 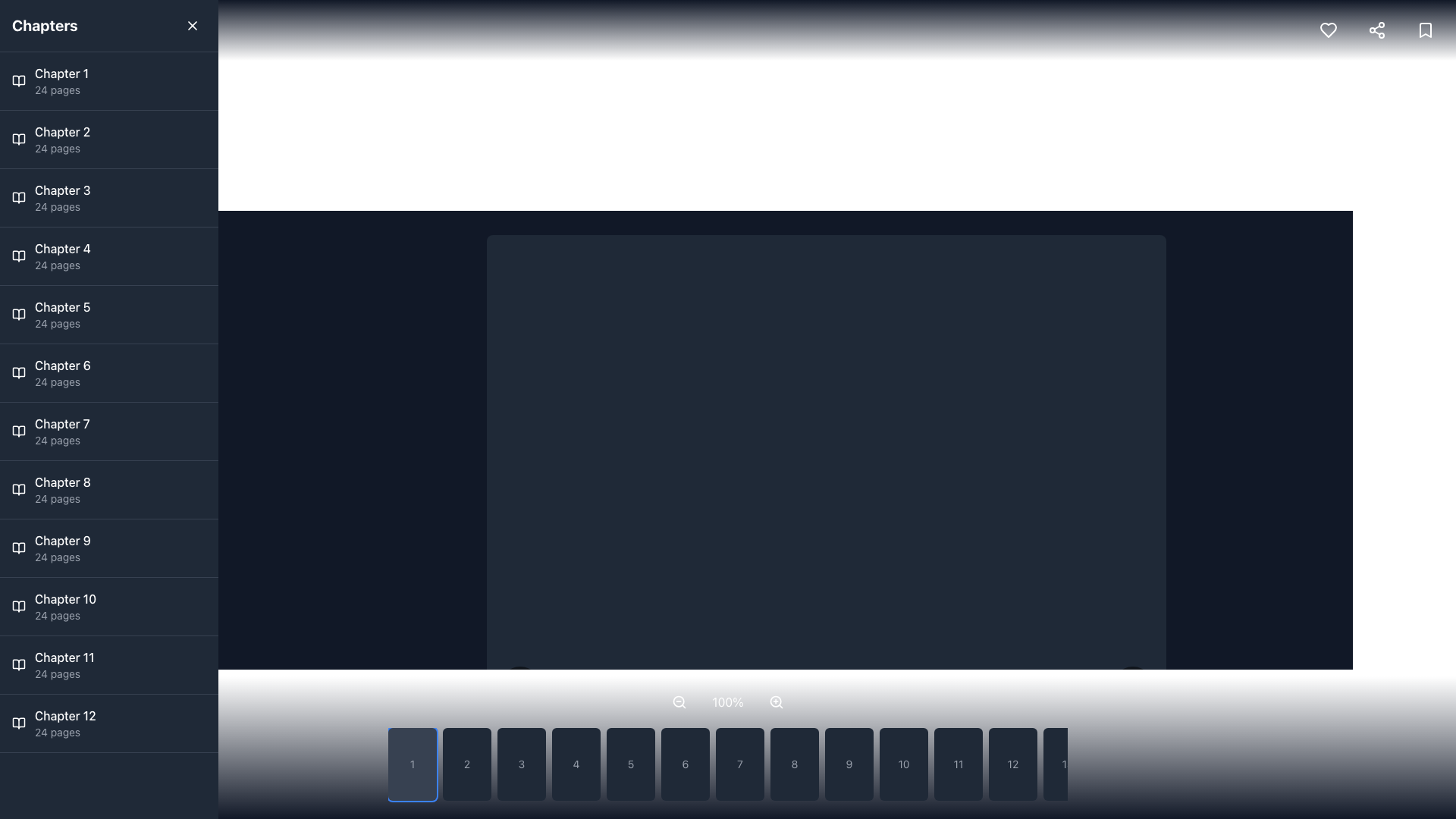 I want to click on the 'Chapter 3' icon located in the left sidebar panel, which serves as a navigation feature, so click(x=18, y=197).